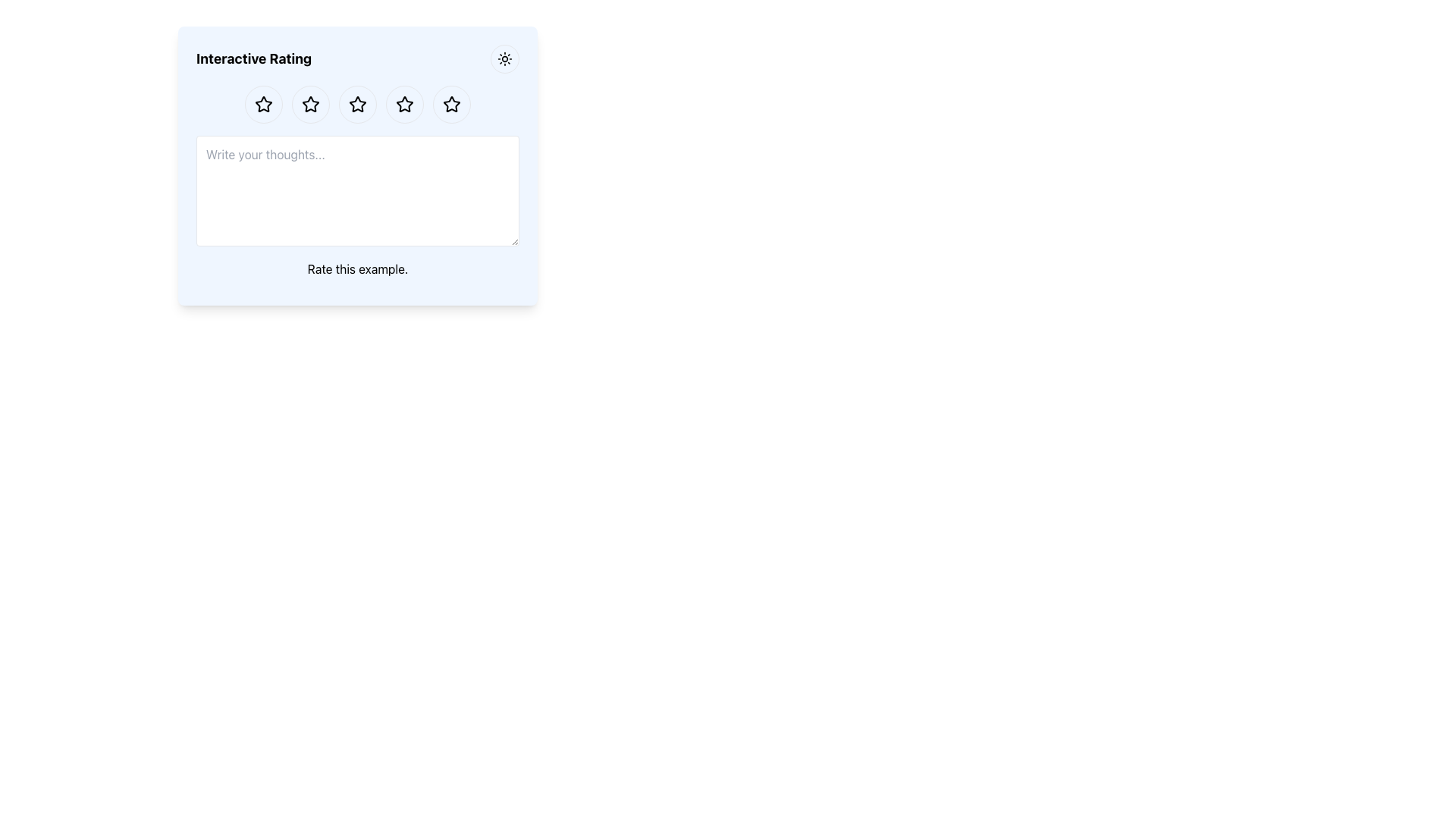 The height and width of the screenshot is (819, 1456). I want to click on the fifth star-shaped rating button in the rating interface, so click(404, 104).